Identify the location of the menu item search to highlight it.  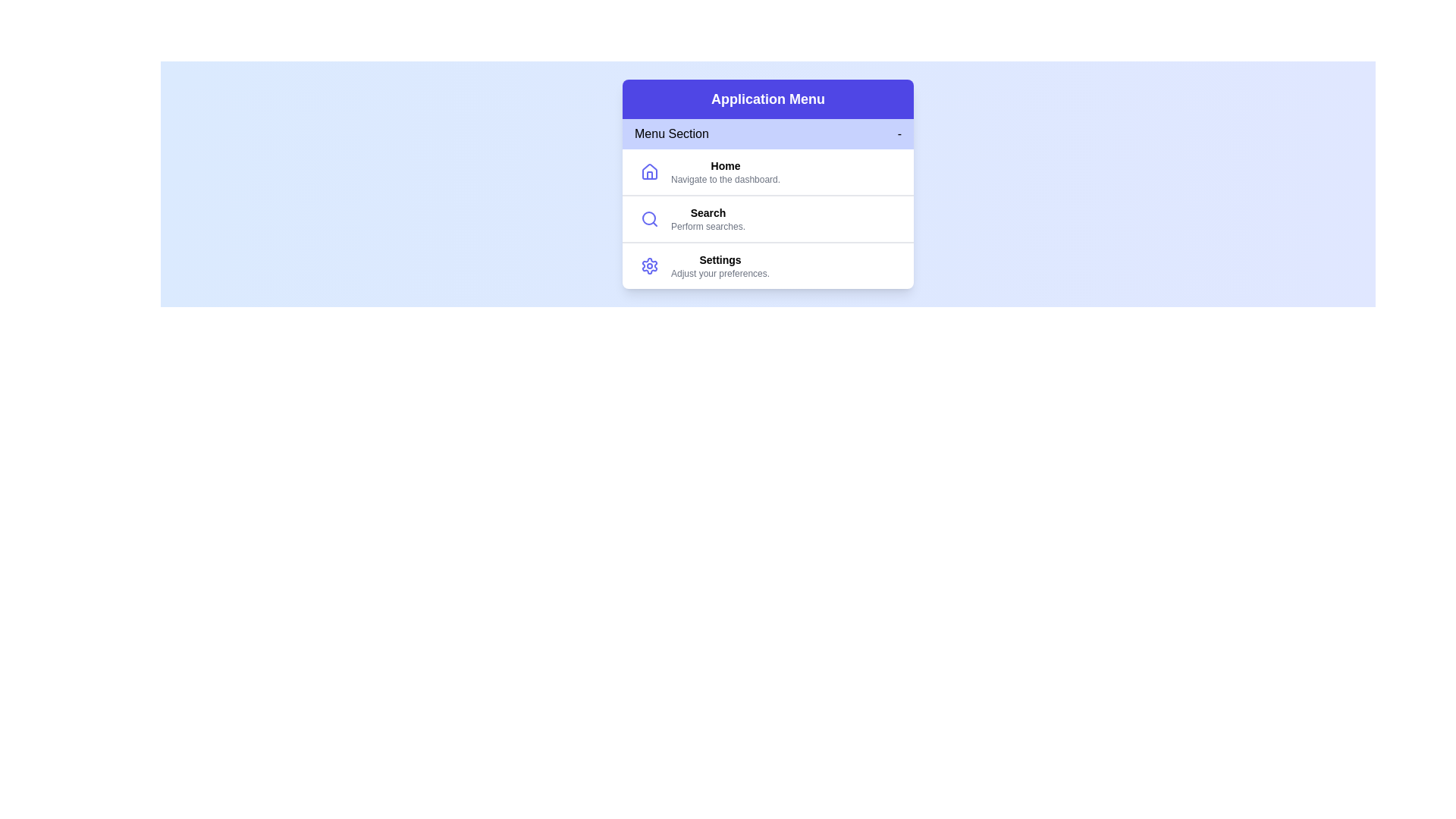
(767, 218).